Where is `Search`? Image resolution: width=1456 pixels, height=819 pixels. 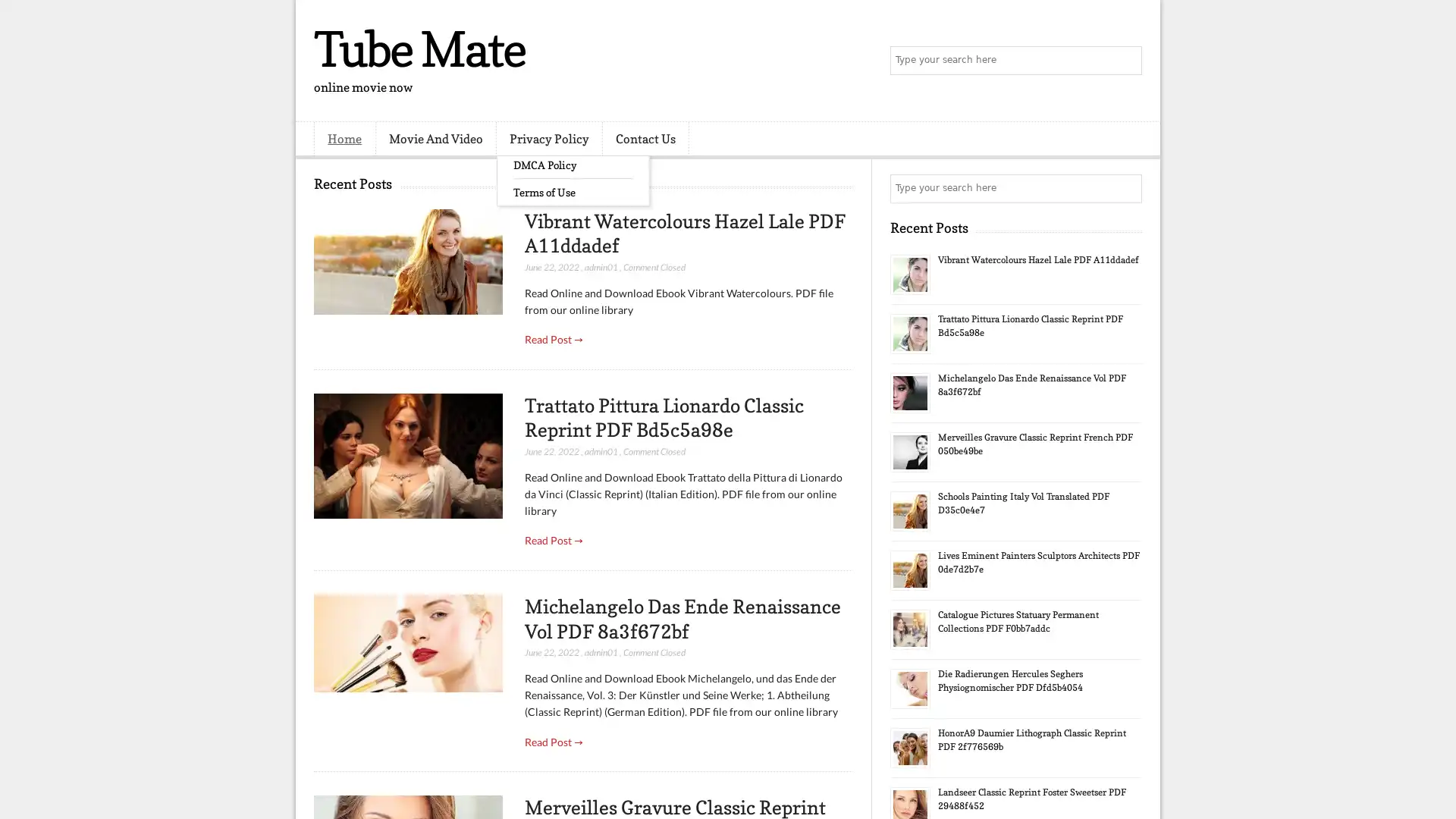
Search is located at coordinates (1126, 61).